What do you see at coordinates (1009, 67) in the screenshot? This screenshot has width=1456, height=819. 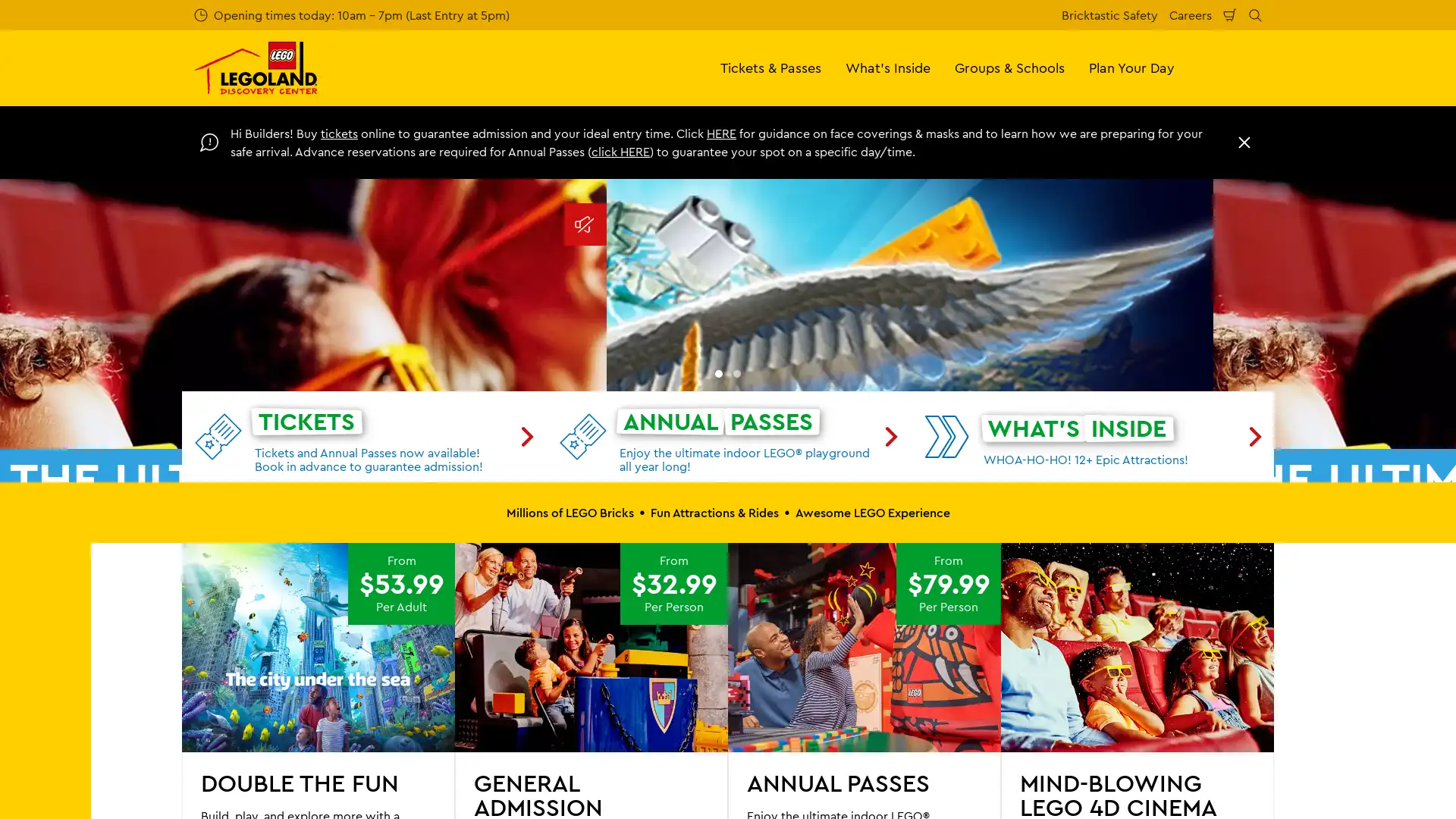 I see `Groups & Schools` at bounding box center [1009, 67].